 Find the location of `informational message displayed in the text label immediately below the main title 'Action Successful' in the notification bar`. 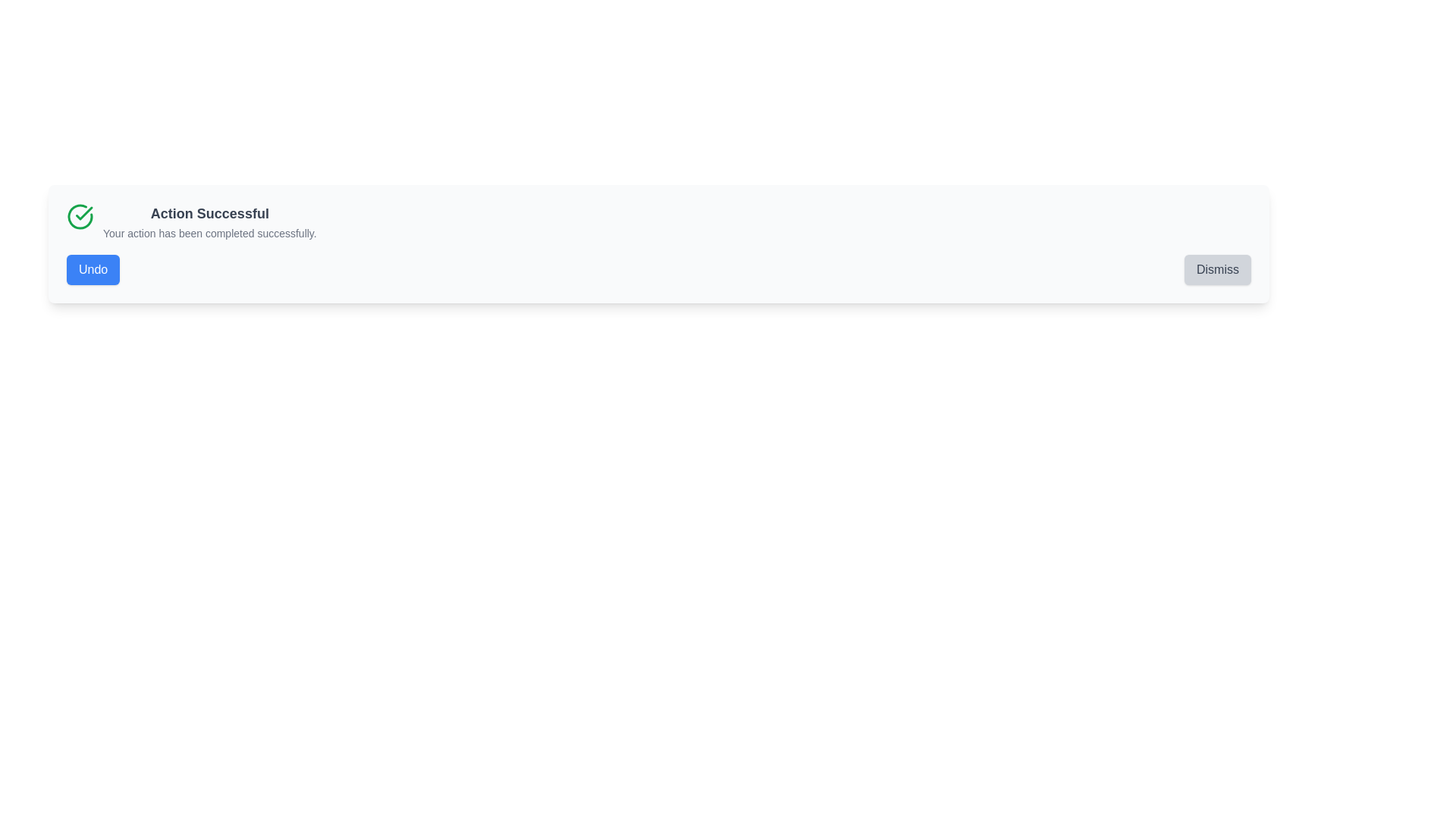

informational message displayed in the text label immediately below the main title 'Action Successful' in the notification bar is located at coordinates (209, 234).